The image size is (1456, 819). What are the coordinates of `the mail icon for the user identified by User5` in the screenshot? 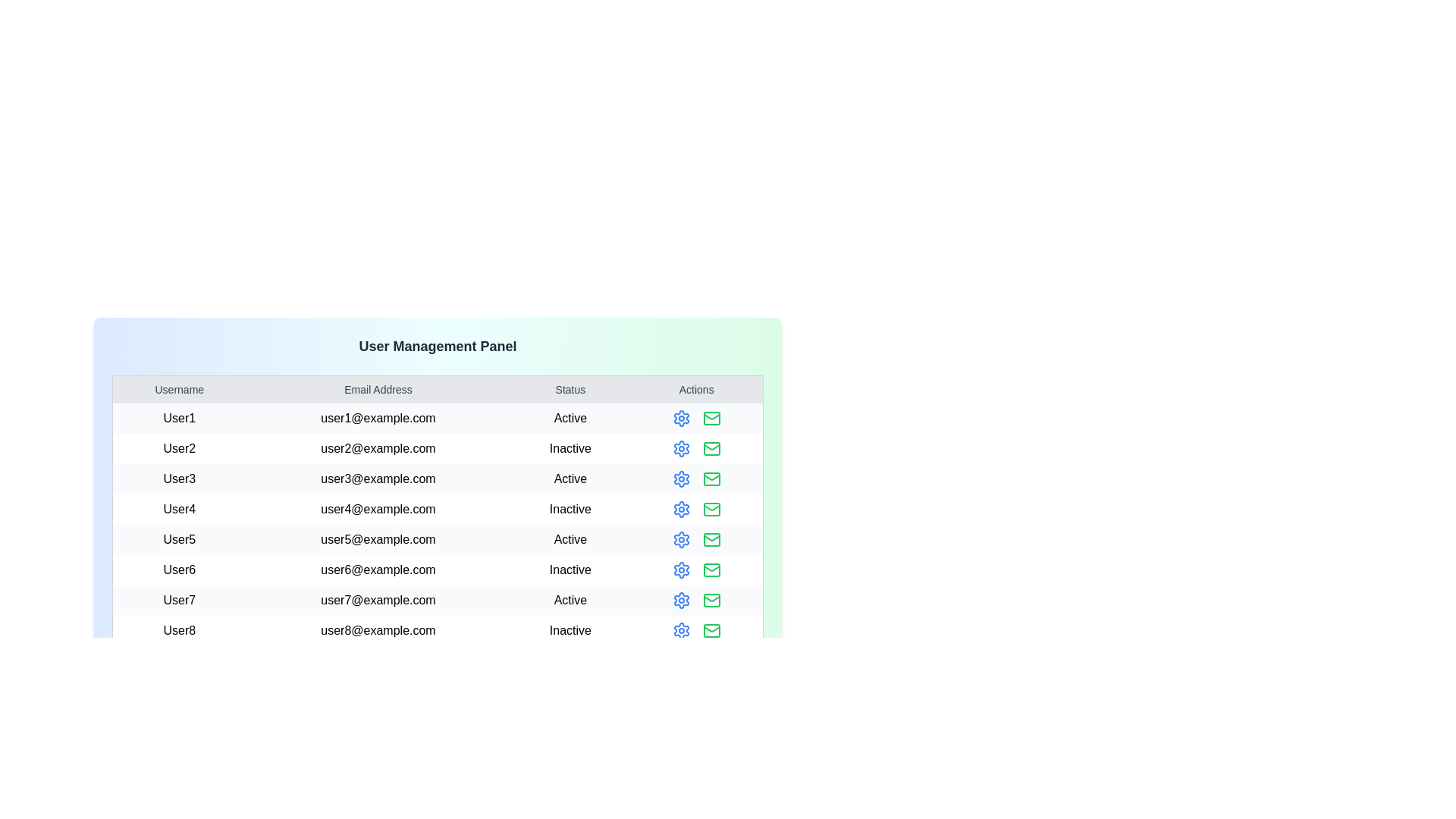 It's located at (711, 539).